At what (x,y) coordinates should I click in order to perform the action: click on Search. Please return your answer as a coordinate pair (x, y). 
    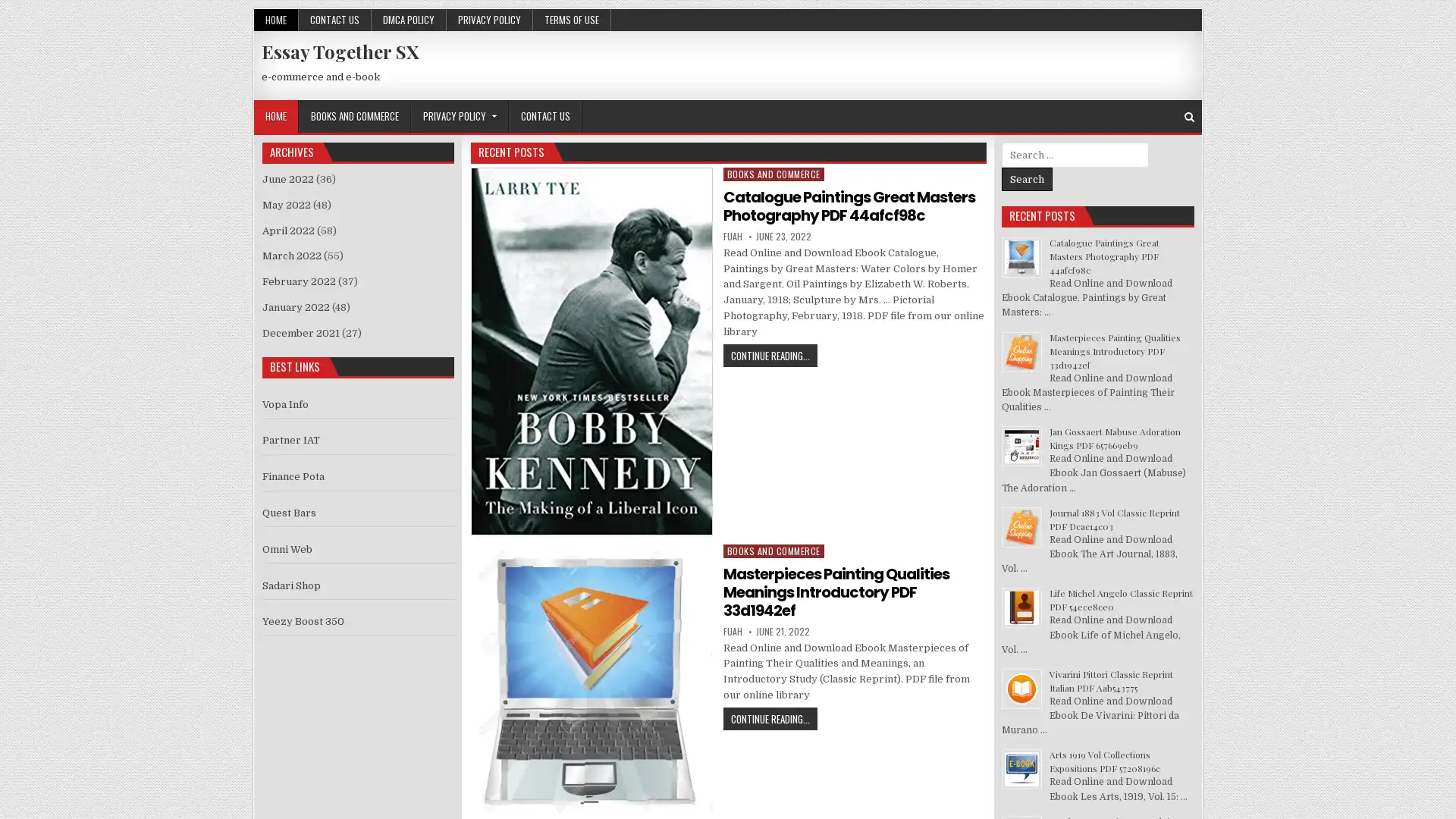
    Looking at the image, I should click on (1027, 178).